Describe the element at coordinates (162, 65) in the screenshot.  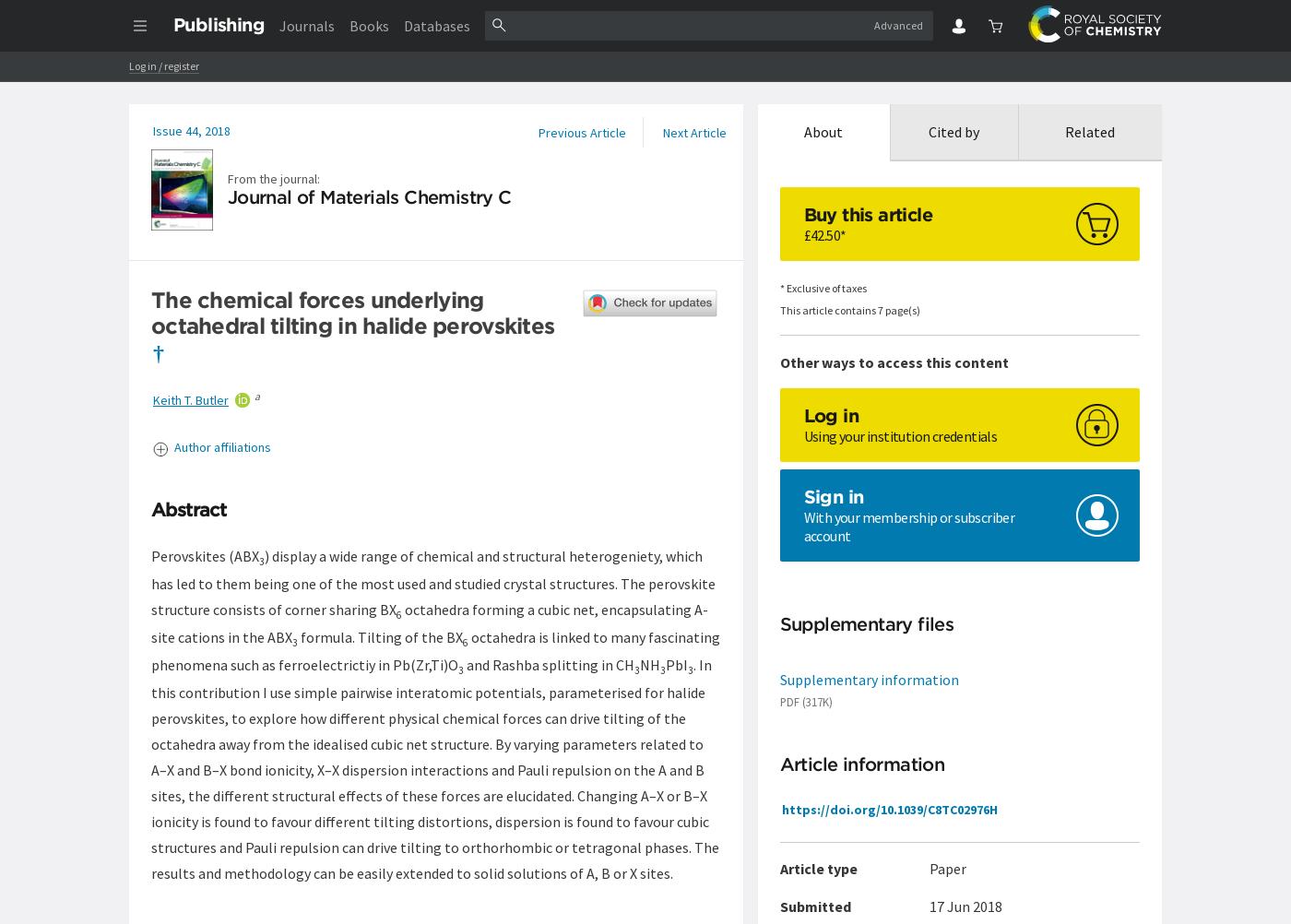
I see `'Log in / register'` at that location.